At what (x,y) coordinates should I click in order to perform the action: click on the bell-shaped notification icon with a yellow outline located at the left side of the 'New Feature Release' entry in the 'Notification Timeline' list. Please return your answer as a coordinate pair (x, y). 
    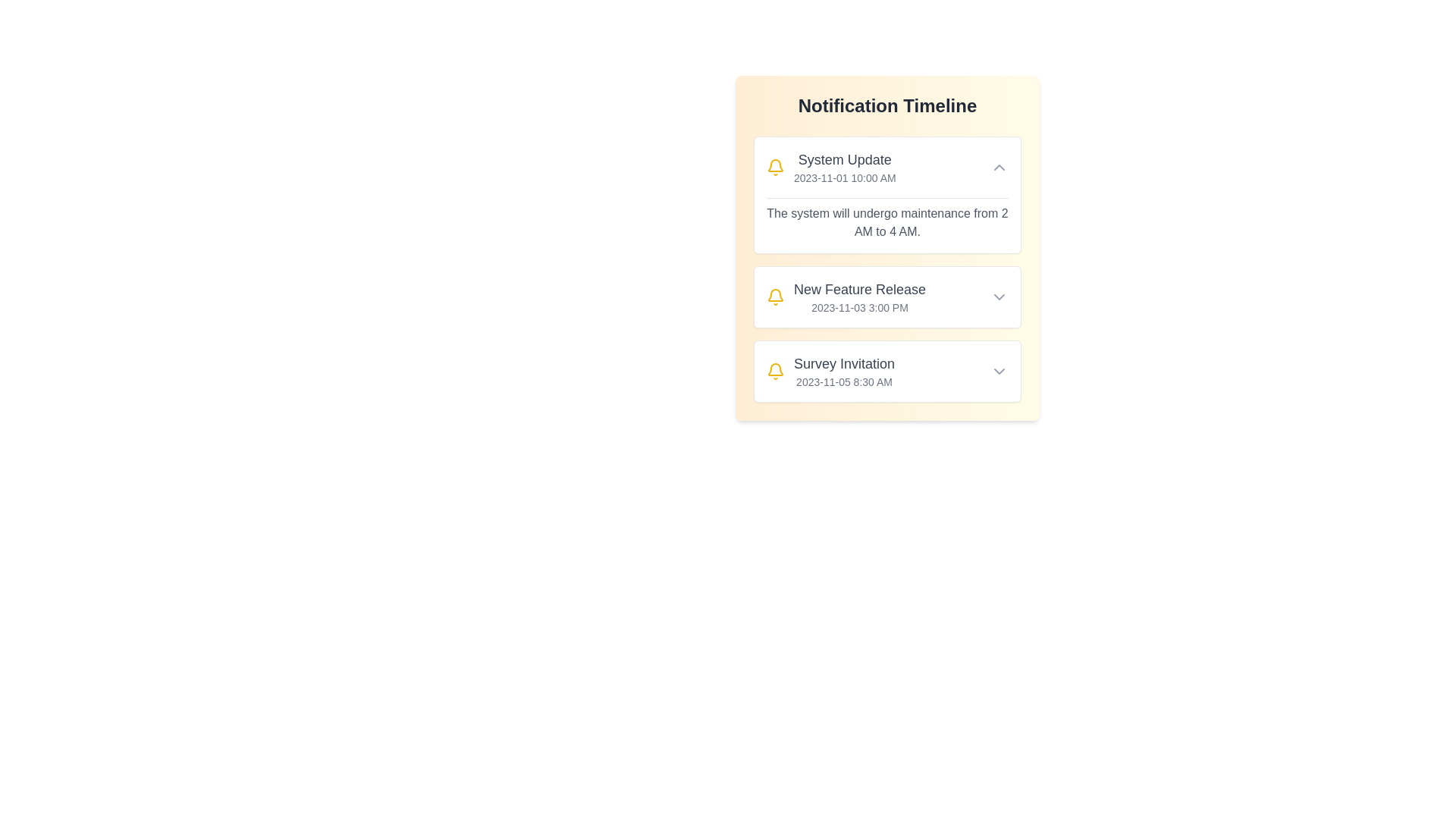
    Looking at the image, I should click on (775, 297).